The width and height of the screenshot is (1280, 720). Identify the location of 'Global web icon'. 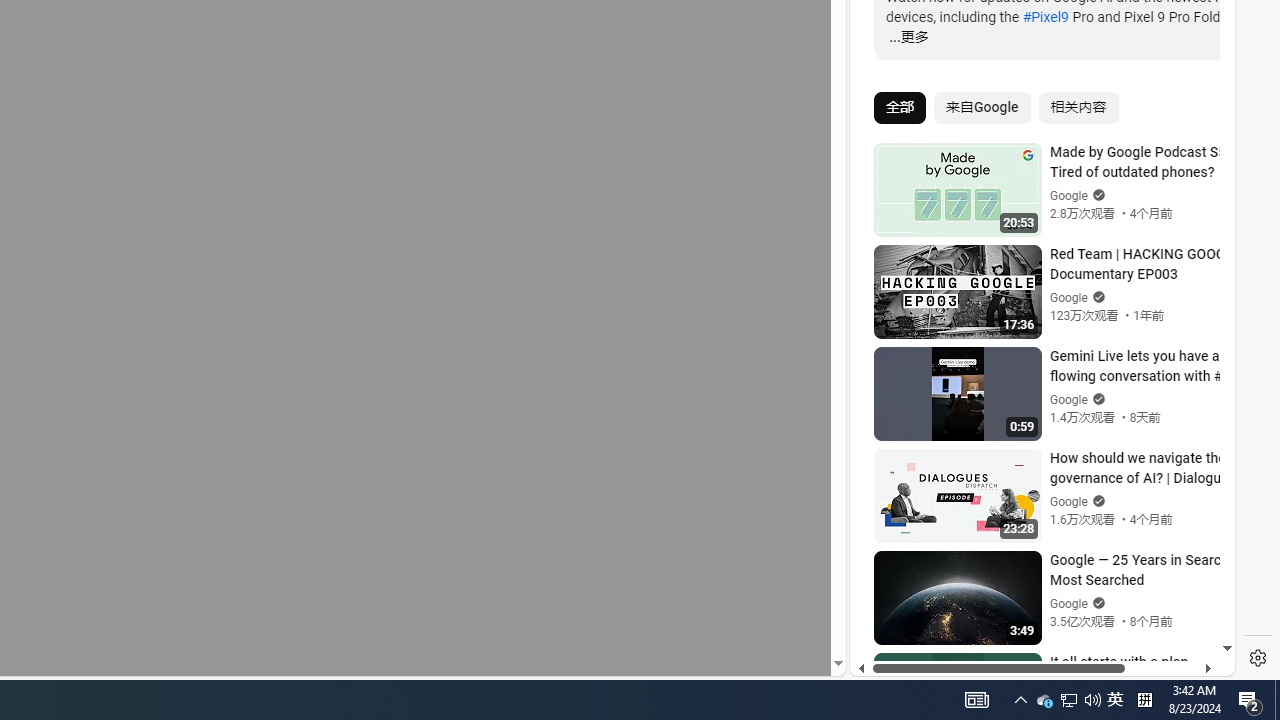
(887, 431).